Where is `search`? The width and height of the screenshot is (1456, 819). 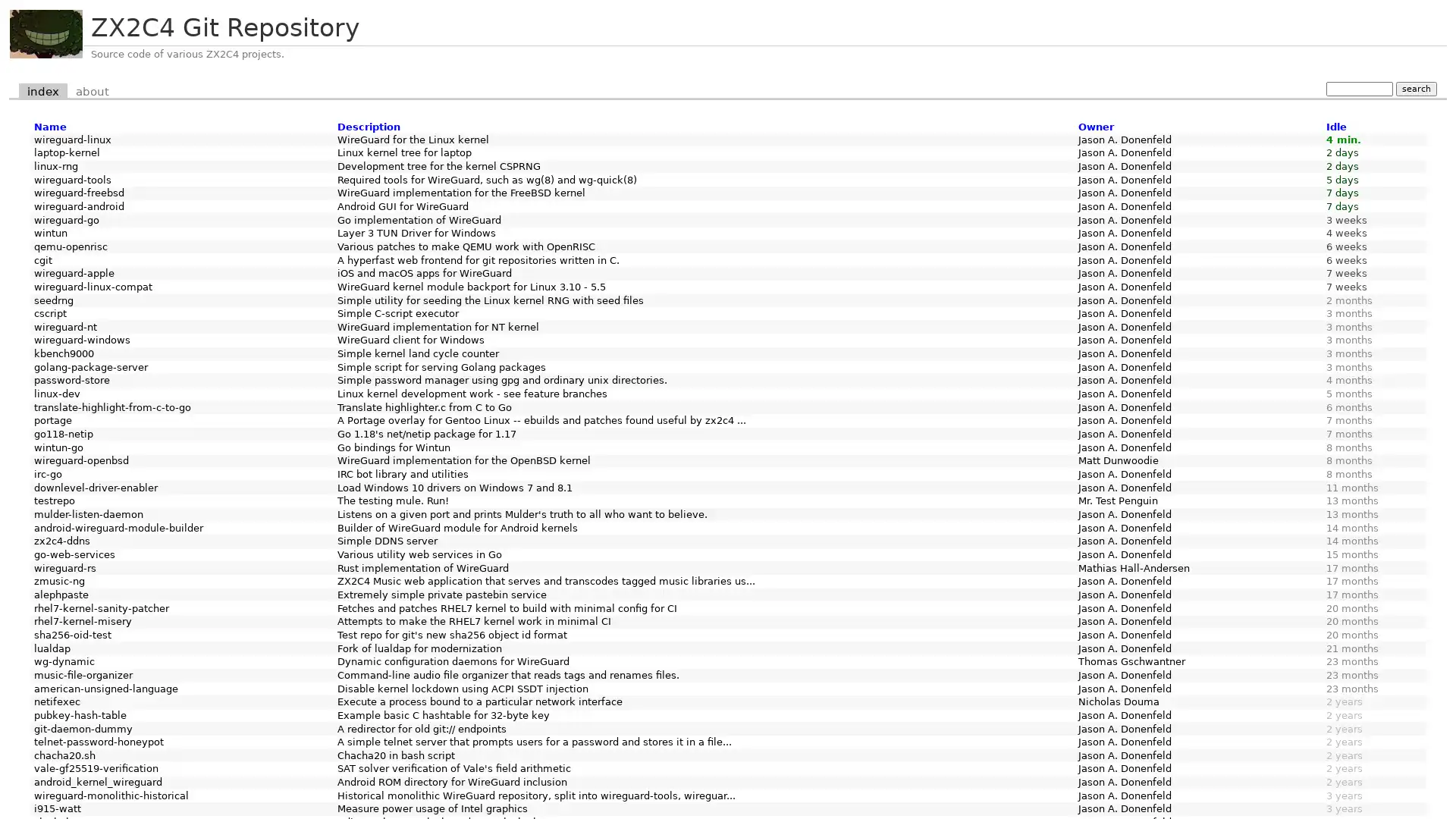
search is located at coordinates (1415, 88).